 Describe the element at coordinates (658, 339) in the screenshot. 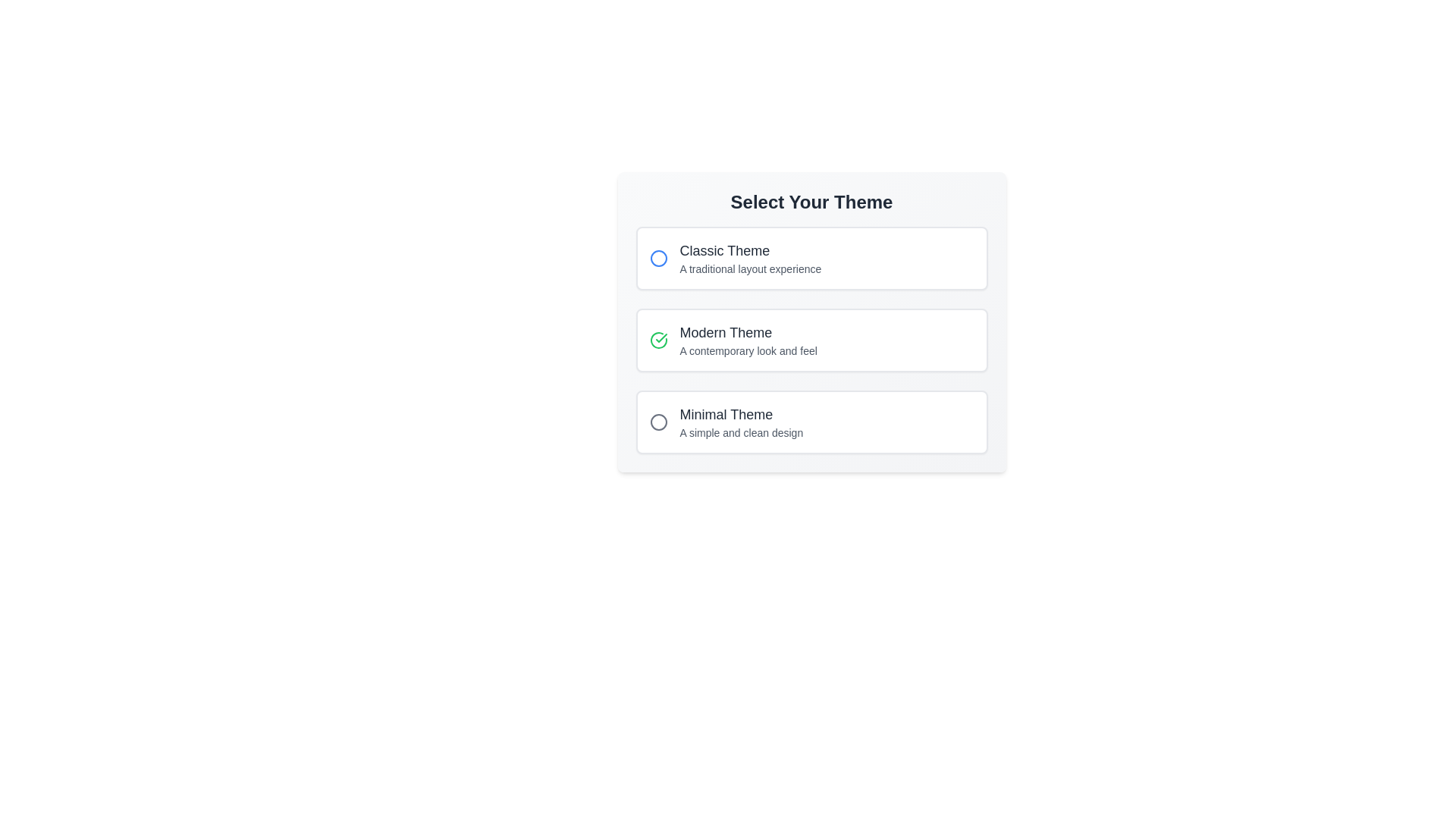

I see `the 'Modern Theme' confirmation icon located next to the text 'Modern Theme', which is the second option in the theme selection list` at that location.